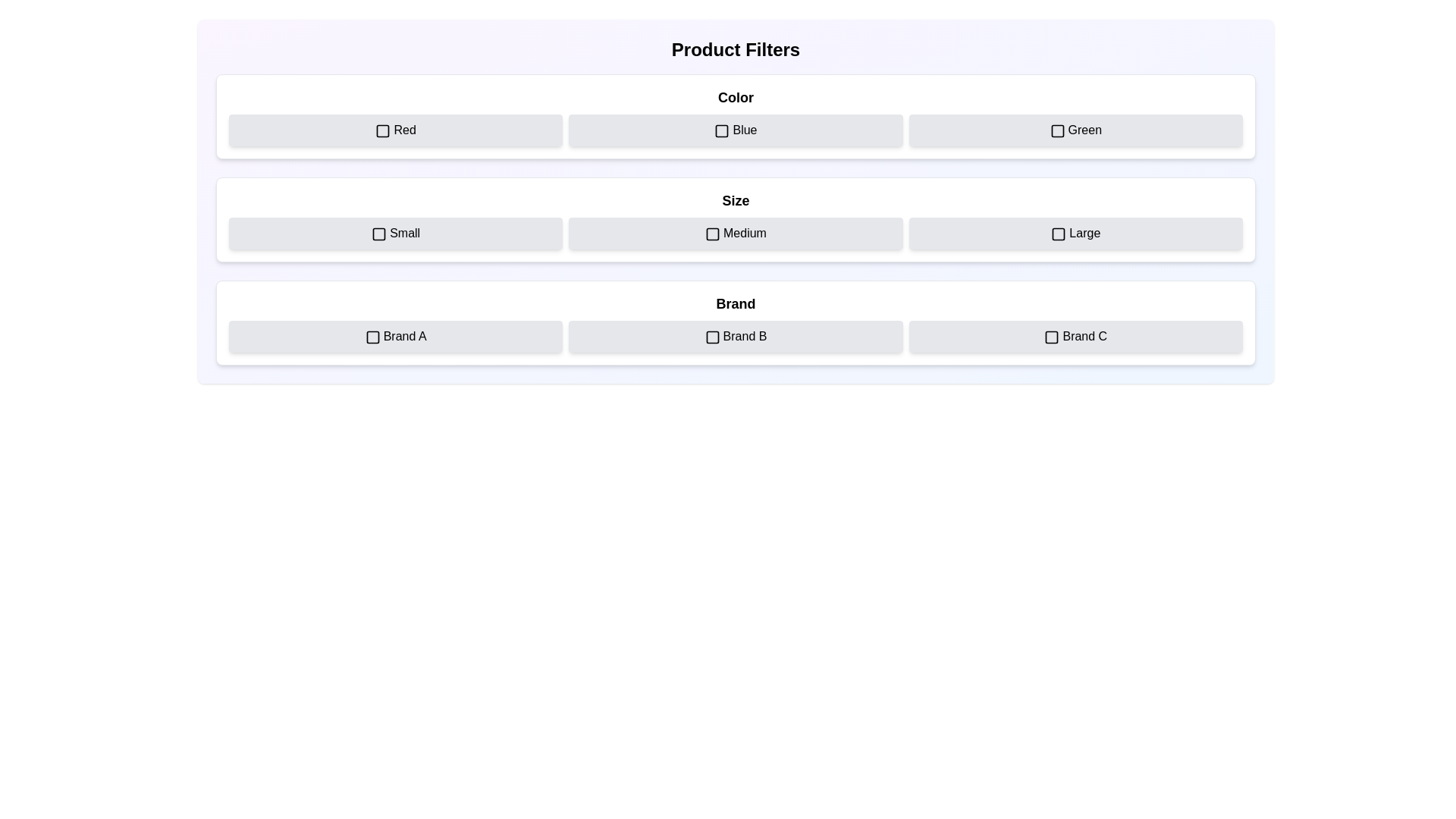 This screenshot has height=819, width=1456. What do you see at coordinates (721, 130) in the screenshot?
I see `the Checkbox indicator for the 'Blue' color filter` at bounding box center [721, 130].